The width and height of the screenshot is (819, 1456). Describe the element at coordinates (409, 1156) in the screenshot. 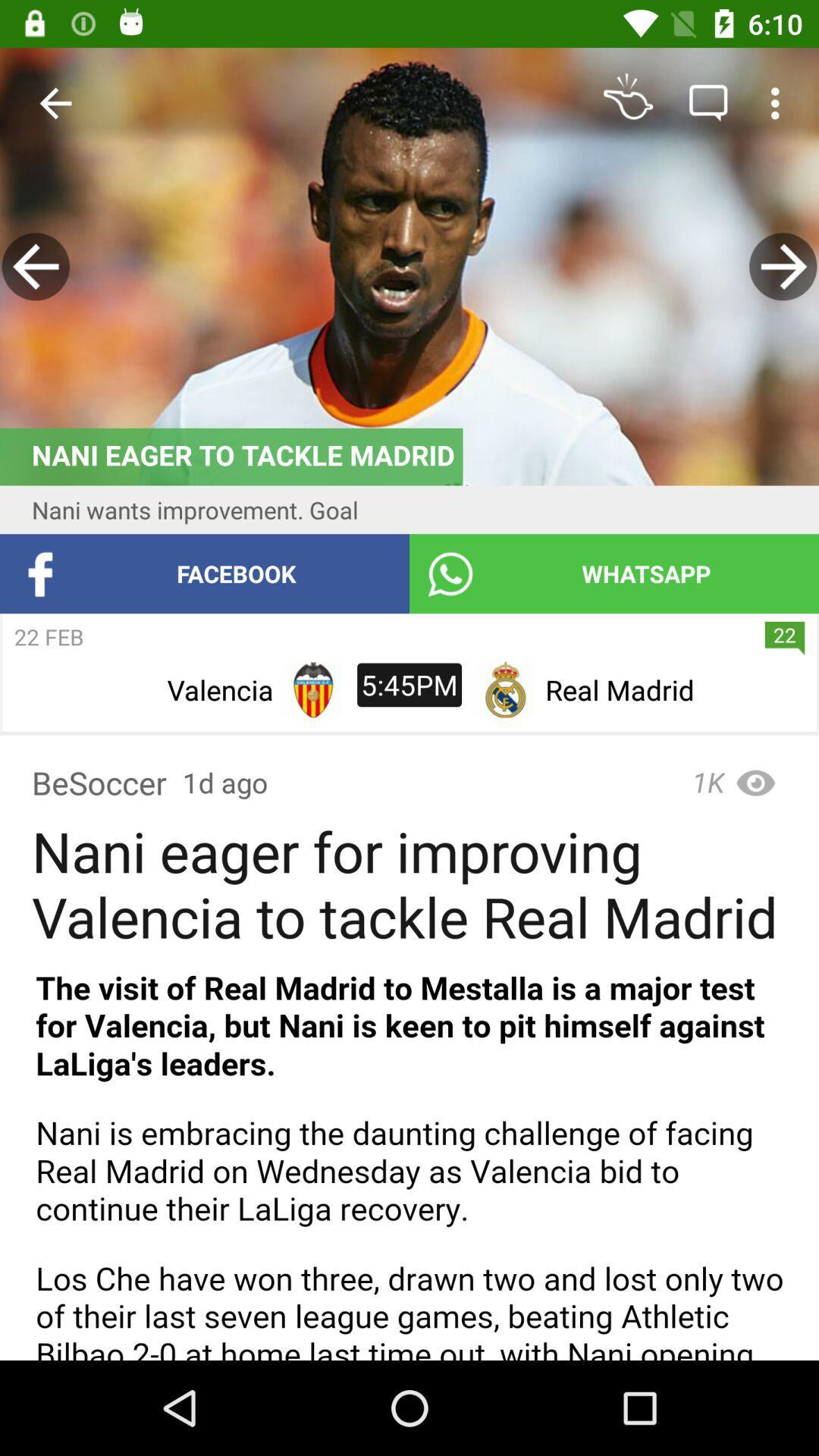

I see `click on text` at that location.